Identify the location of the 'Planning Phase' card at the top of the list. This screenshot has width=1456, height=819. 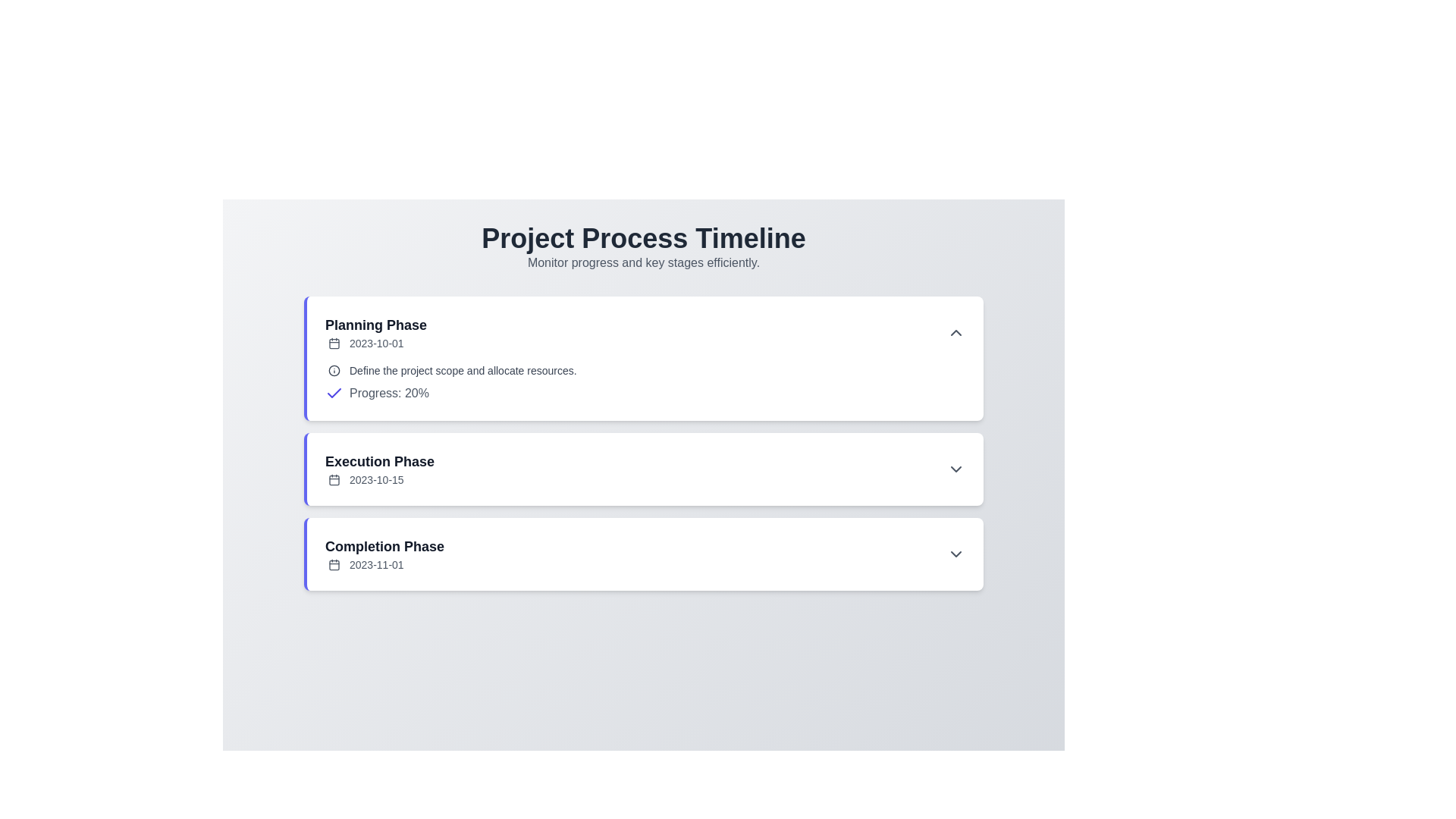
(644, 359).